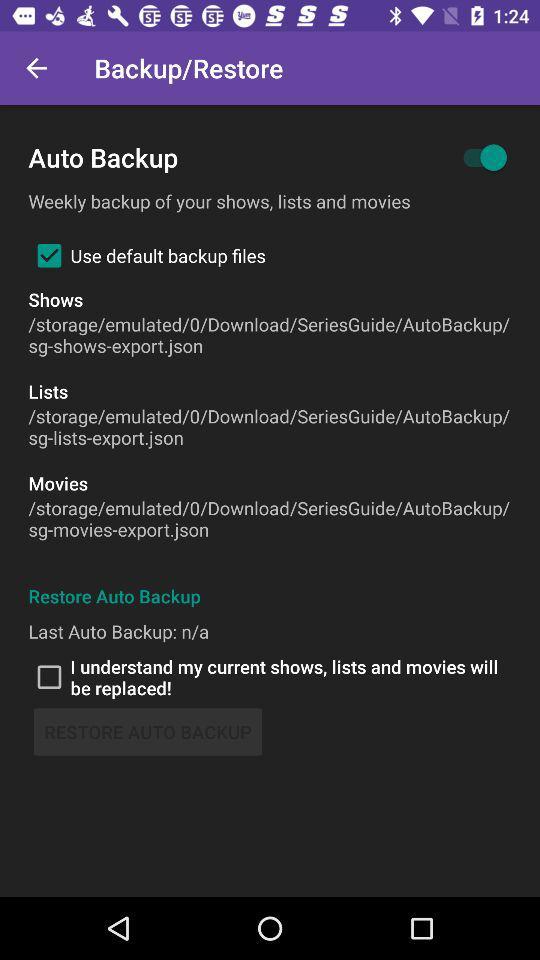 The image size is (540, 960). I want to click on use default backup, so click(146, 254).